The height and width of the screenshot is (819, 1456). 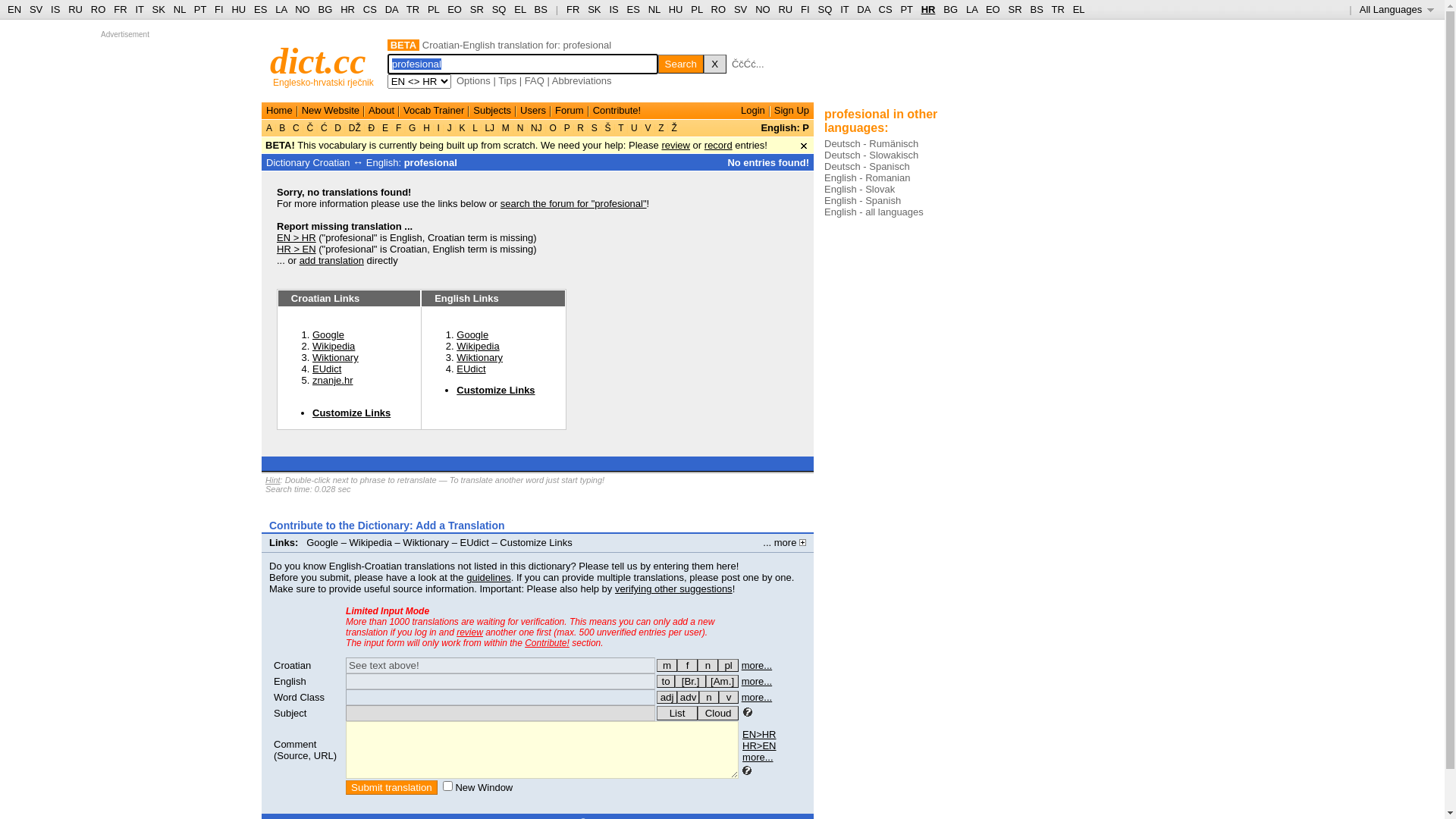 What do you see at coordinates (661, 145) in the screenshot?
I see `'review'` at bounding box center [661, 145].